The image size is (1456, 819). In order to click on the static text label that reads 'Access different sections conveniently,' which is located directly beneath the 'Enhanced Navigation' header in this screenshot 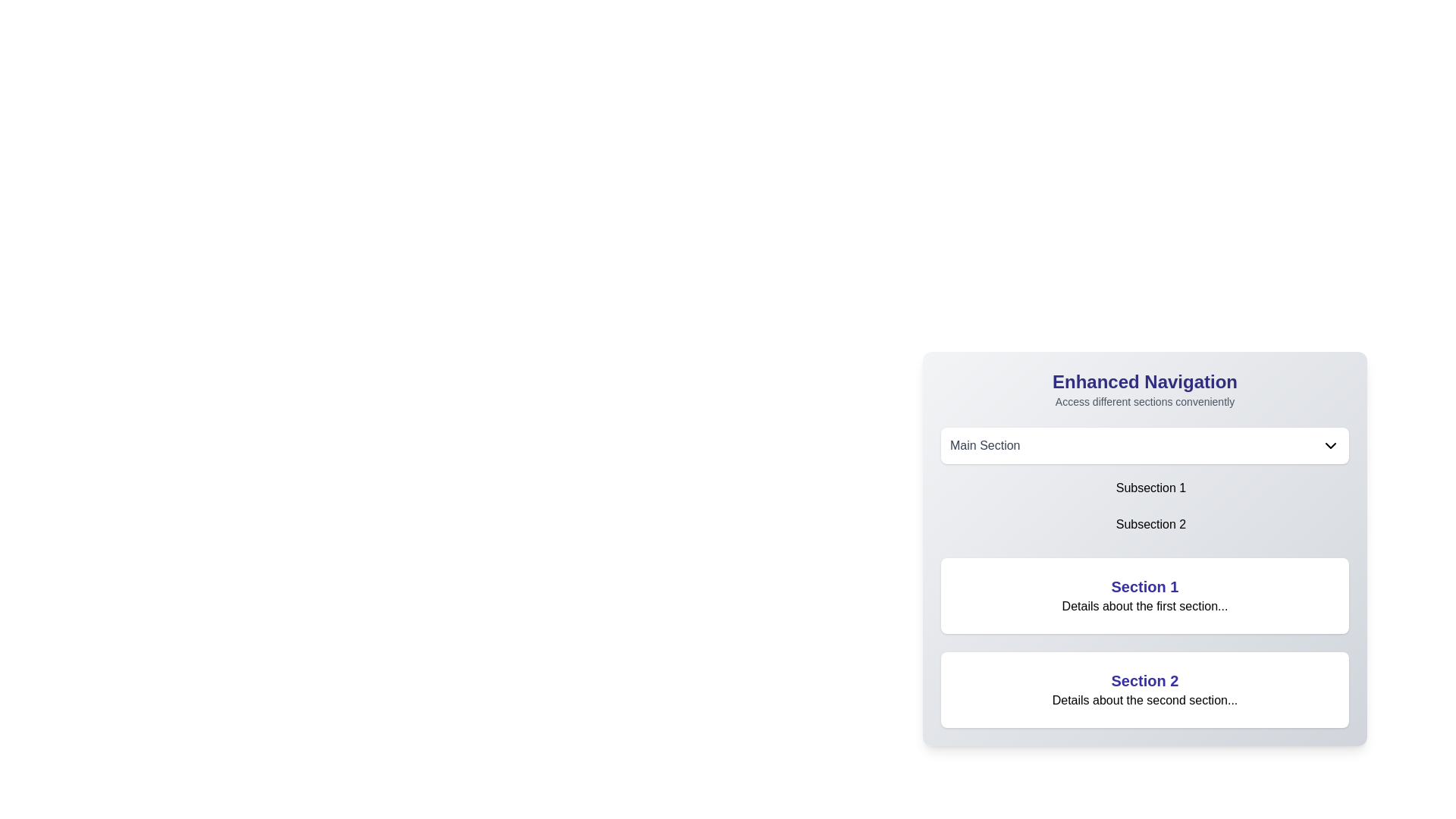, I will do `click(1145, 400)`.